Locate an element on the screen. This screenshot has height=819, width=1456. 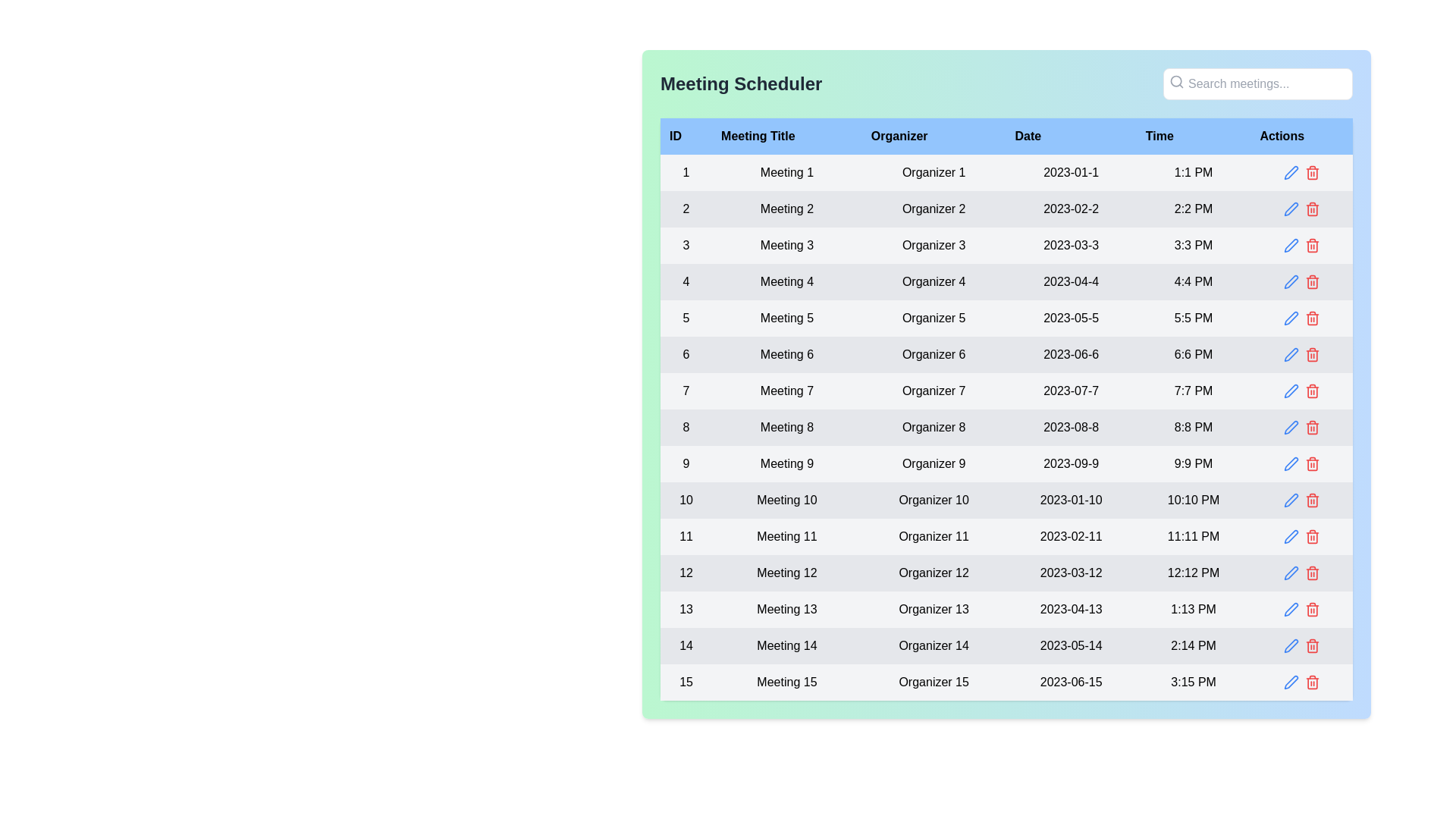
the 'Meeting 1' text label in the second column of the first row under 'Meeting Scheduler' if it has an interactive action assigned is located at coordinates (786, 171).